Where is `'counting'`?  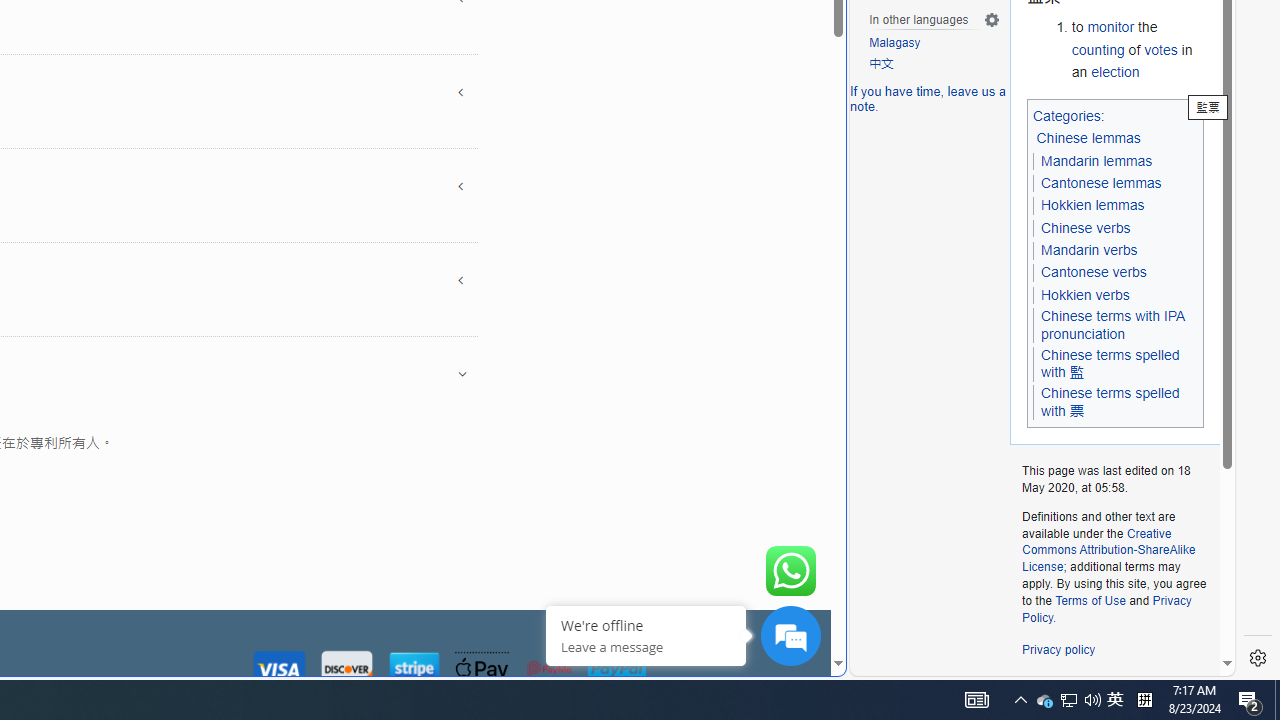 'counting' is located at coordinates (1097, 48).